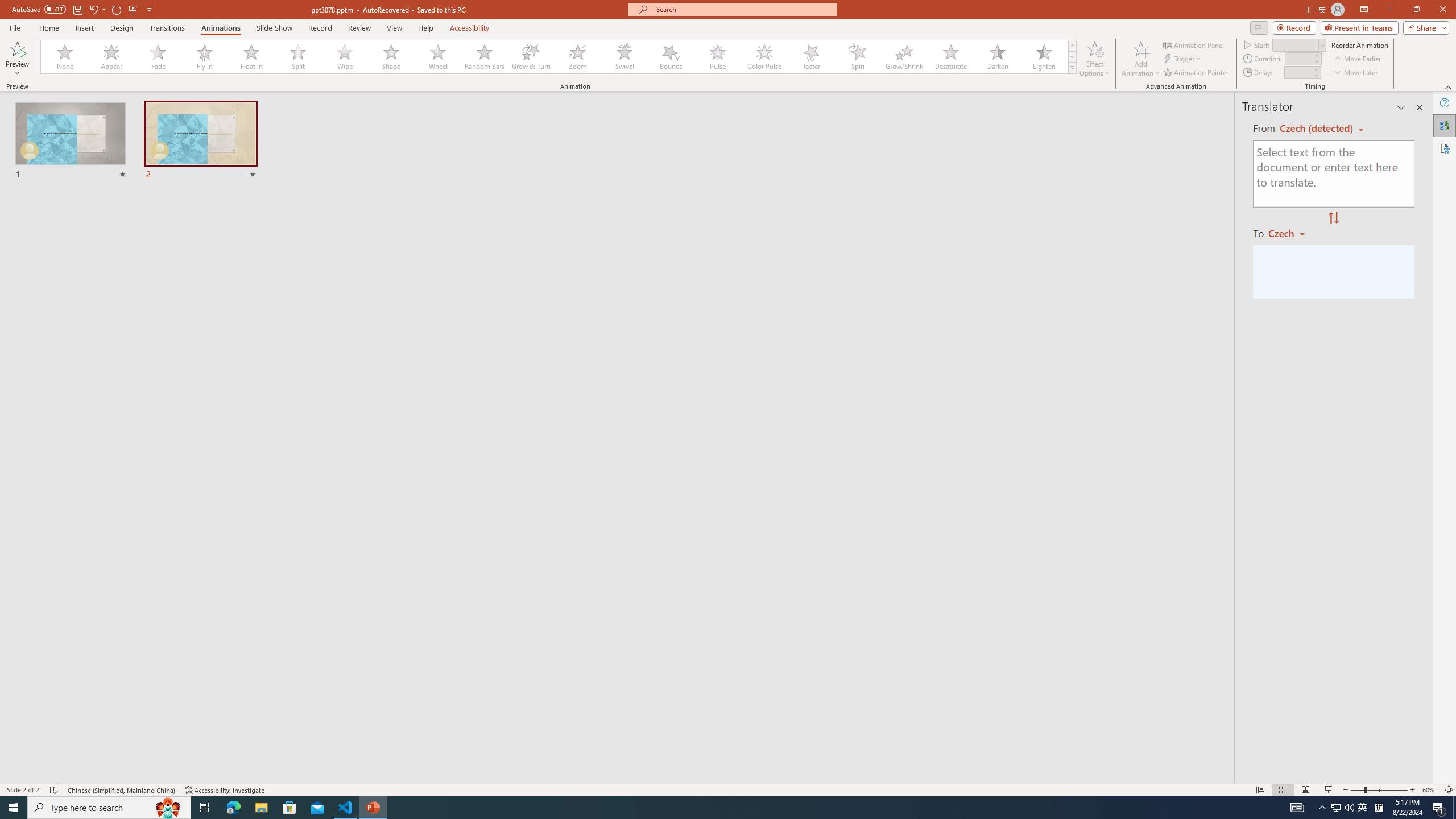 The image size is (1456, 819). I want to click on 'Lighten', so click(1043, 56).